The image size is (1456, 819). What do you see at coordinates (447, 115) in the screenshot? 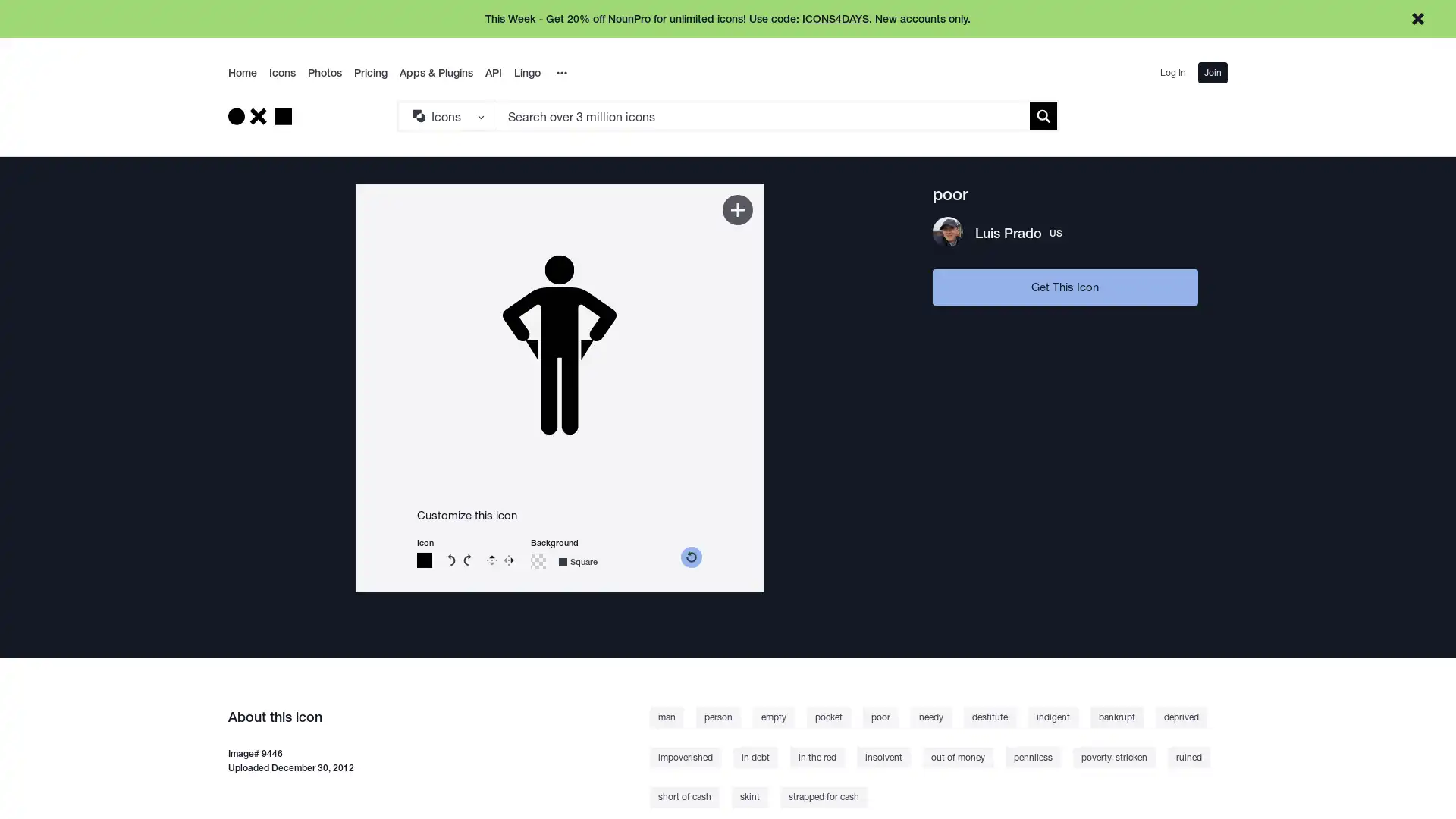
I see `Search Type` at bounding box center [447, 115].